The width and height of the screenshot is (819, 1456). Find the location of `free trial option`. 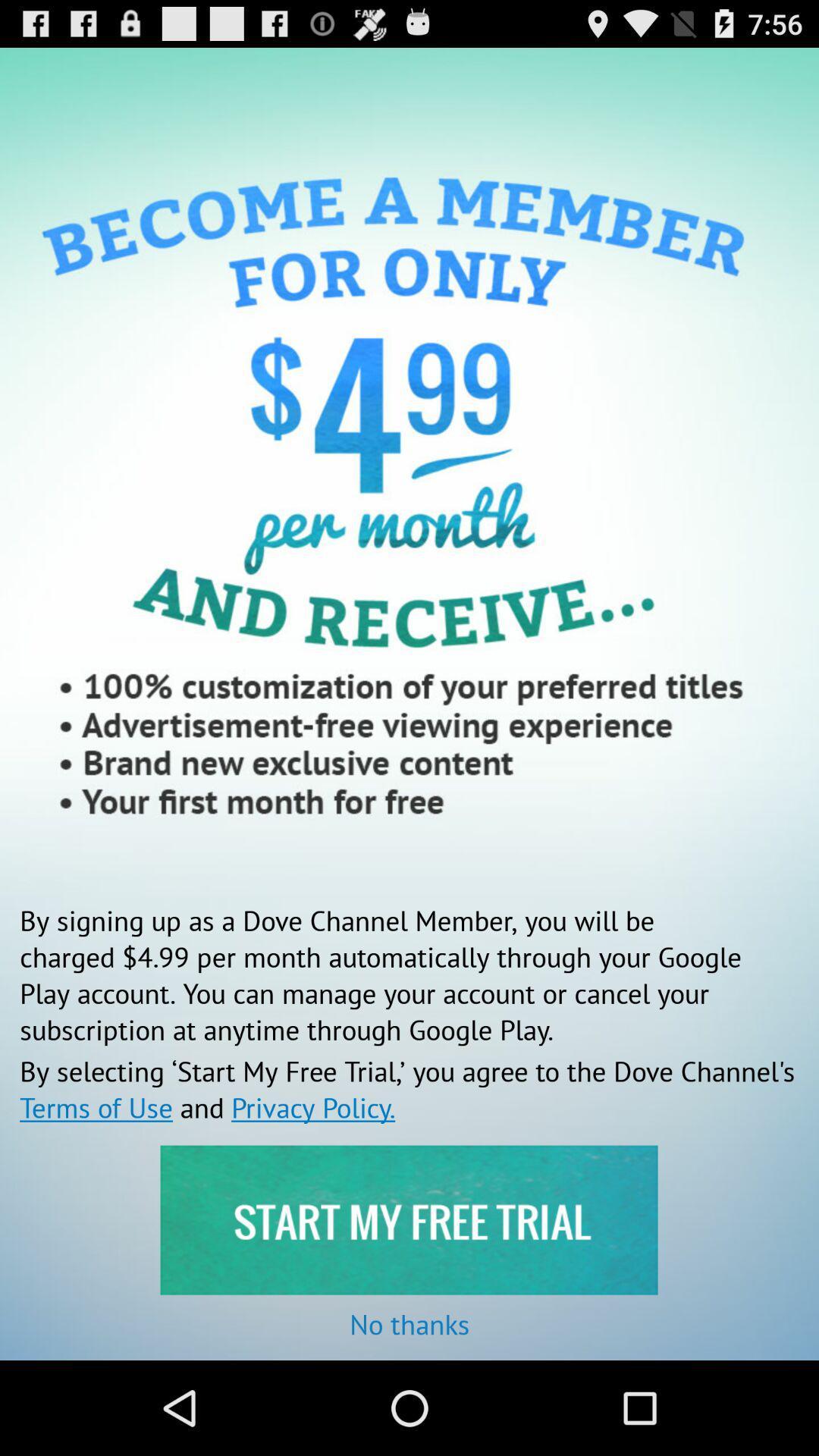

free trial option is located at coordinates (408, 1220).